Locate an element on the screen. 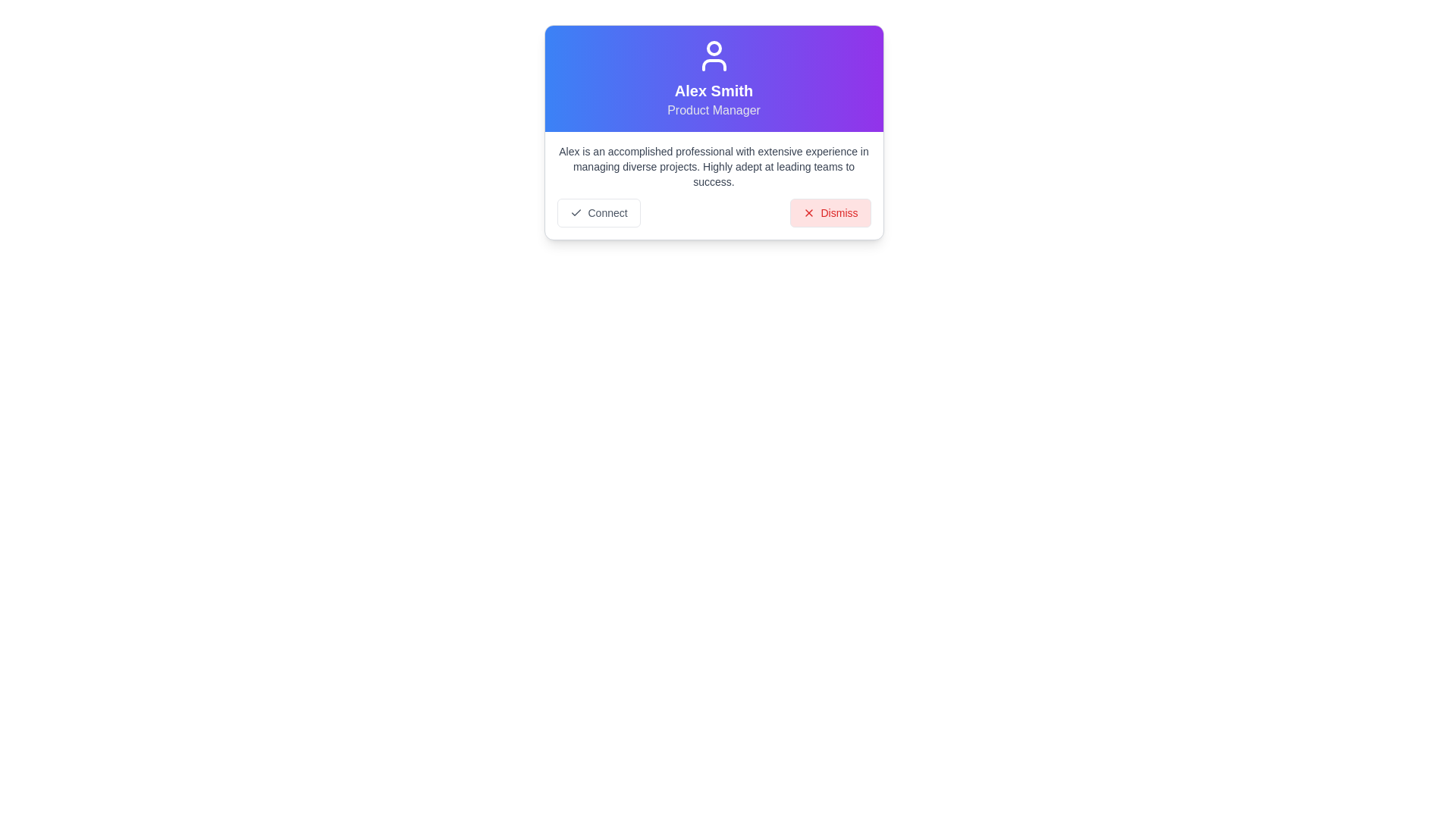 Image resolution: width=1456 pixels, height=819 pixels. the user icon, which is an SVG graphic styled in white, located in the upper section of the card above the text 'Alex Smith' and 'Product Manager' is located at coordinates (713, 55).